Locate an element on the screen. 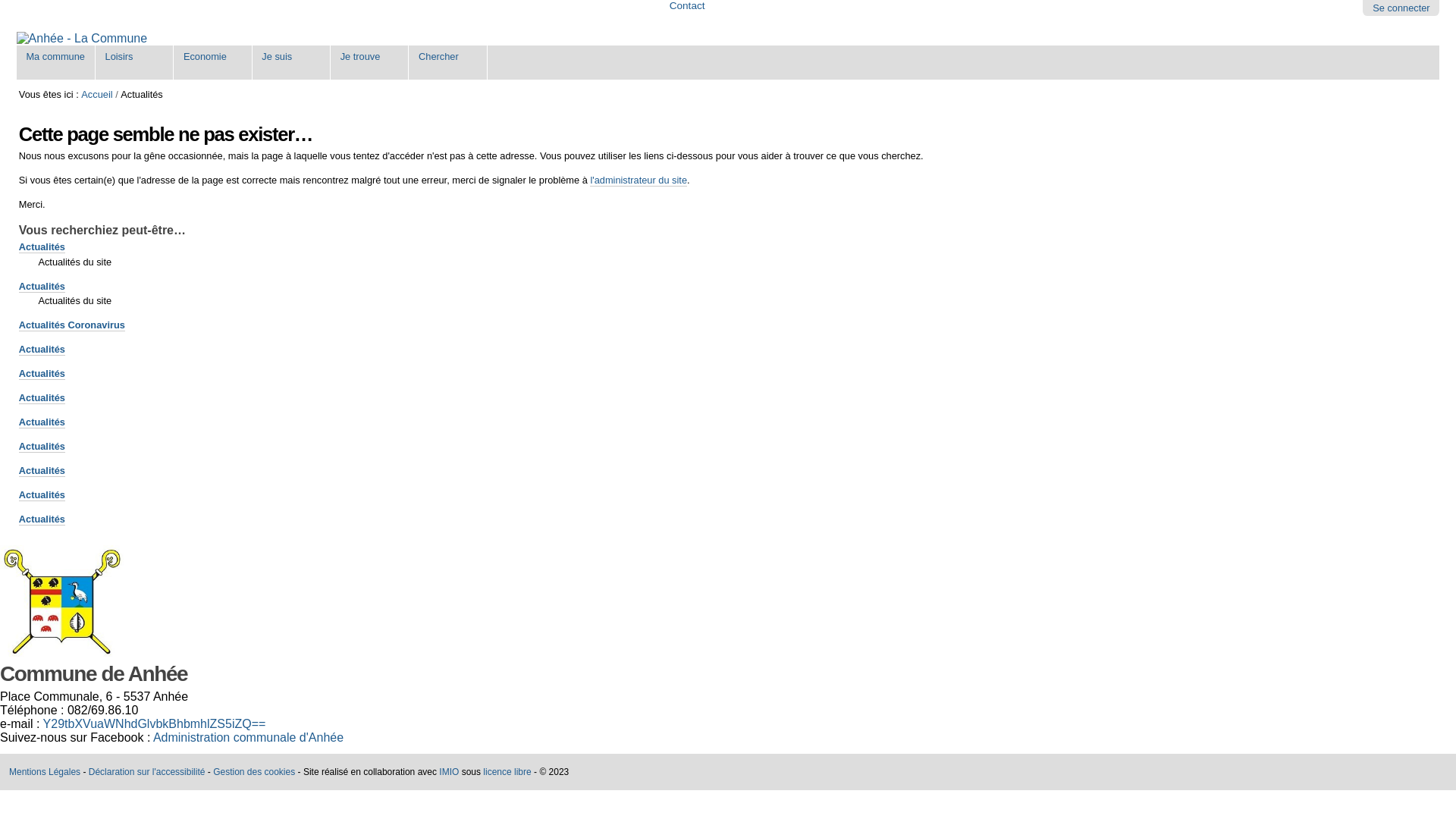  'Chercher' is located at coordinates (447, 61).